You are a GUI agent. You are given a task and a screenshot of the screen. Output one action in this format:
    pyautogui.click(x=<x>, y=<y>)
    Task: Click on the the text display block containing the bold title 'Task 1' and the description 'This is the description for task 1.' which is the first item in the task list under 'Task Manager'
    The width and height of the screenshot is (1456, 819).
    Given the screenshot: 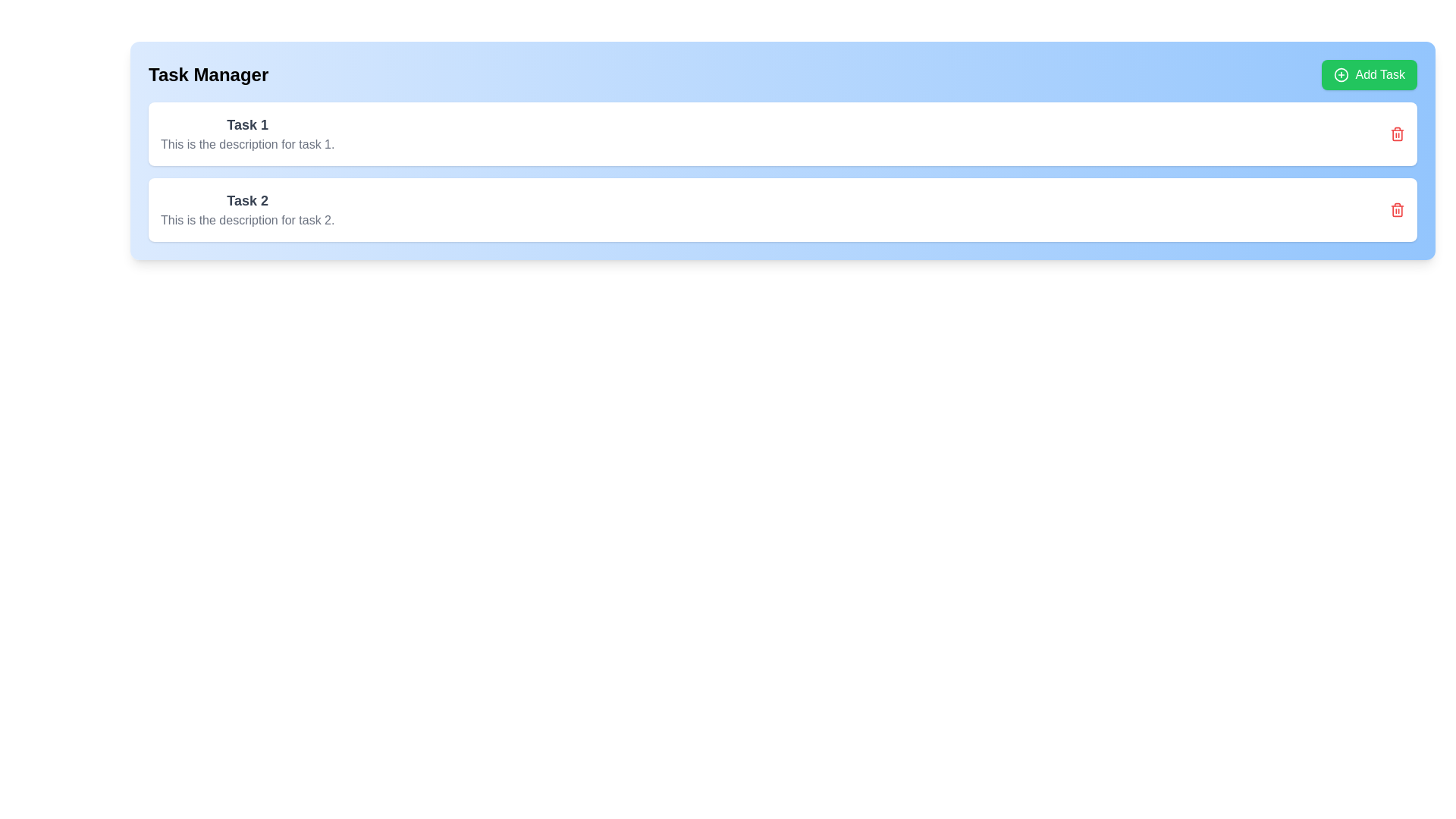 What is the action you would take?
    pyautogui.click(x=247, y=133)
    